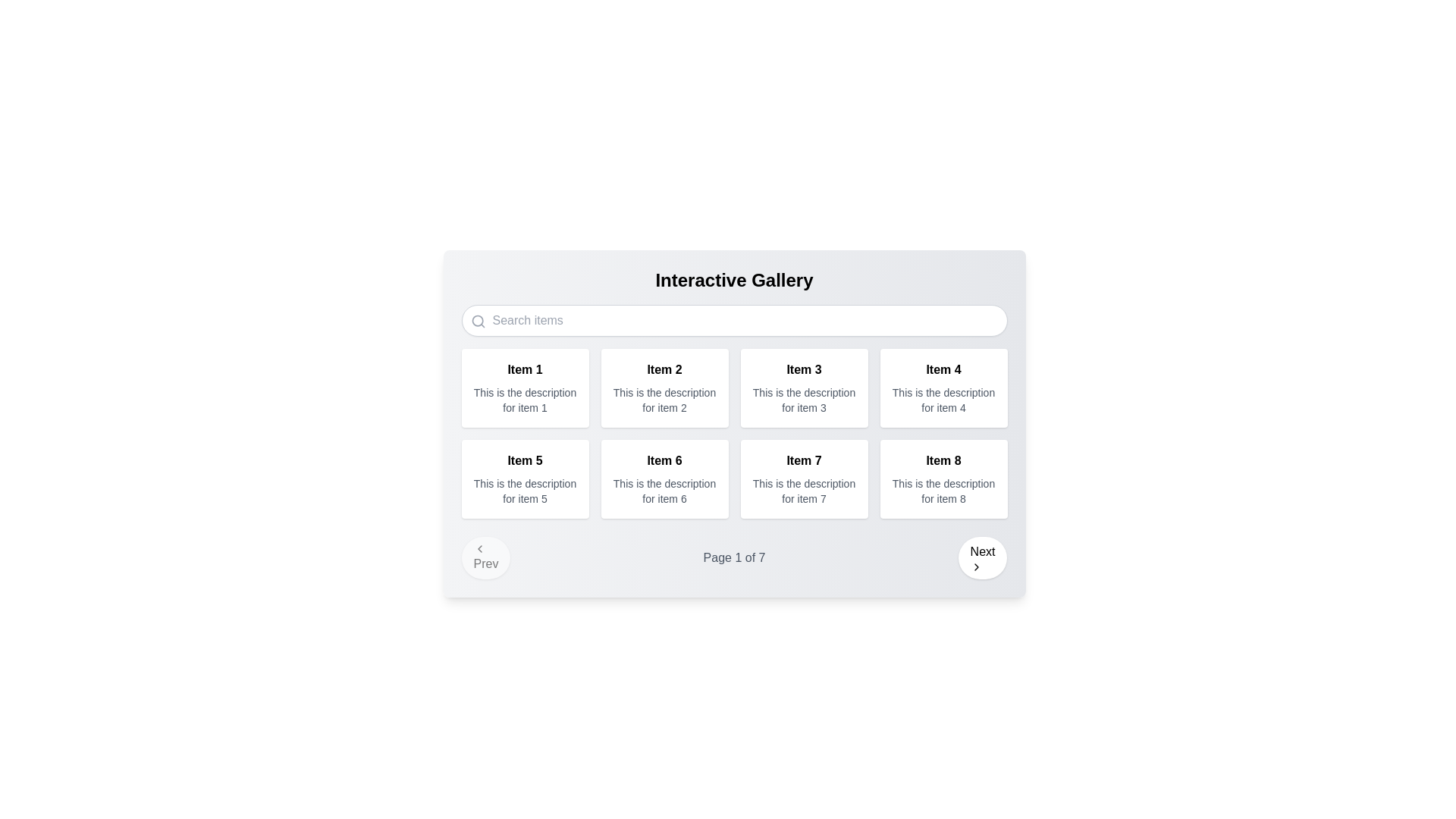 The height and width of the screenshot is (819, 1456). I want to click on an individual item within the Grid layout of the 'Interactive Gallery', so click(734, 433).